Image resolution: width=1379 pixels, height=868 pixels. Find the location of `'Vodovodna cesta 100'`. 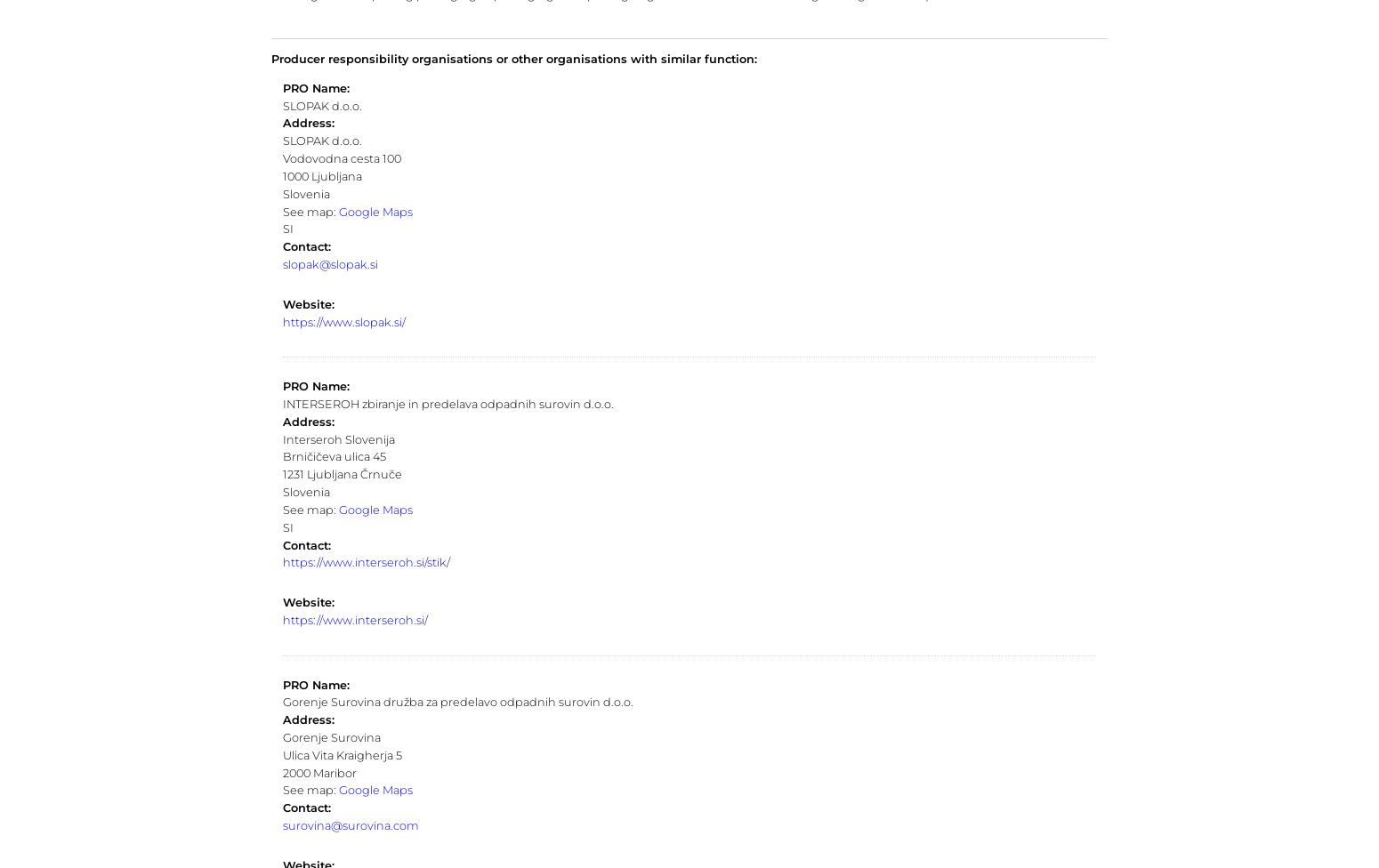

'Vodovodna cesta 100' is located at coordinates (340, 157).